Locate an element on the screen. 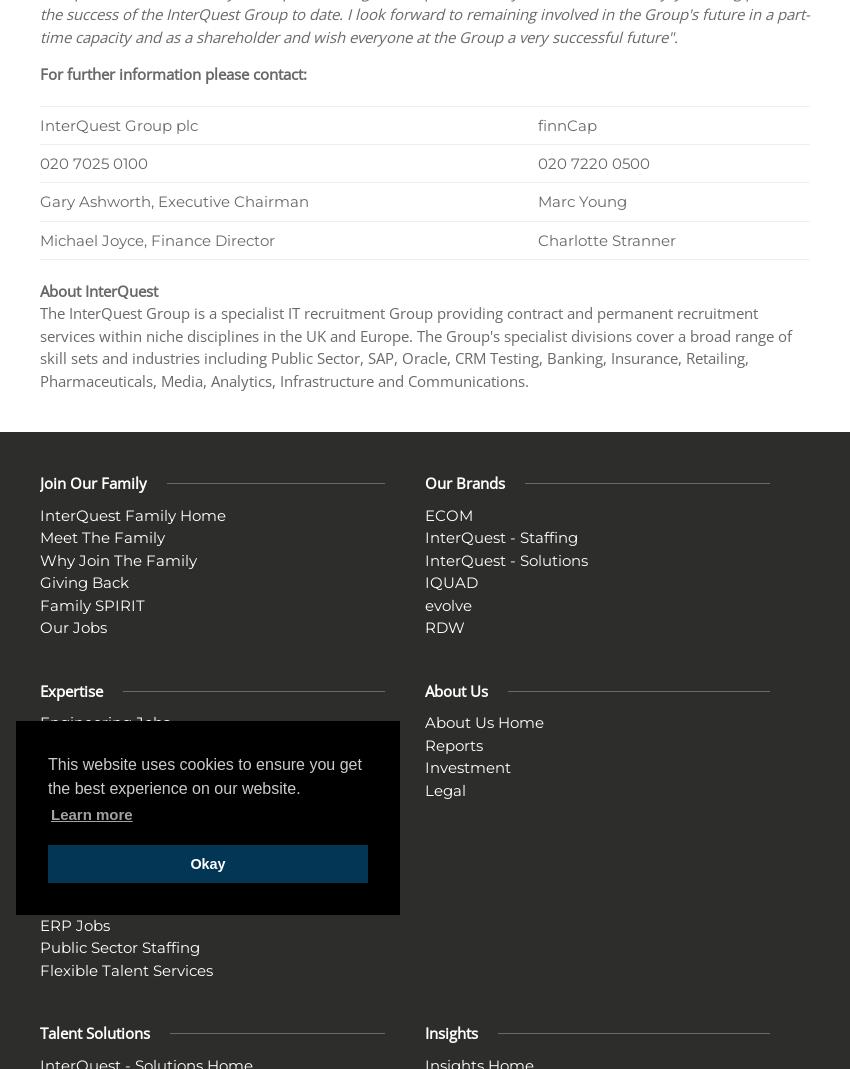 Image resolution: width=850 pixels, height=1069 pixels. 'Charlotte Stranner' is located at coordinates (604, 238).